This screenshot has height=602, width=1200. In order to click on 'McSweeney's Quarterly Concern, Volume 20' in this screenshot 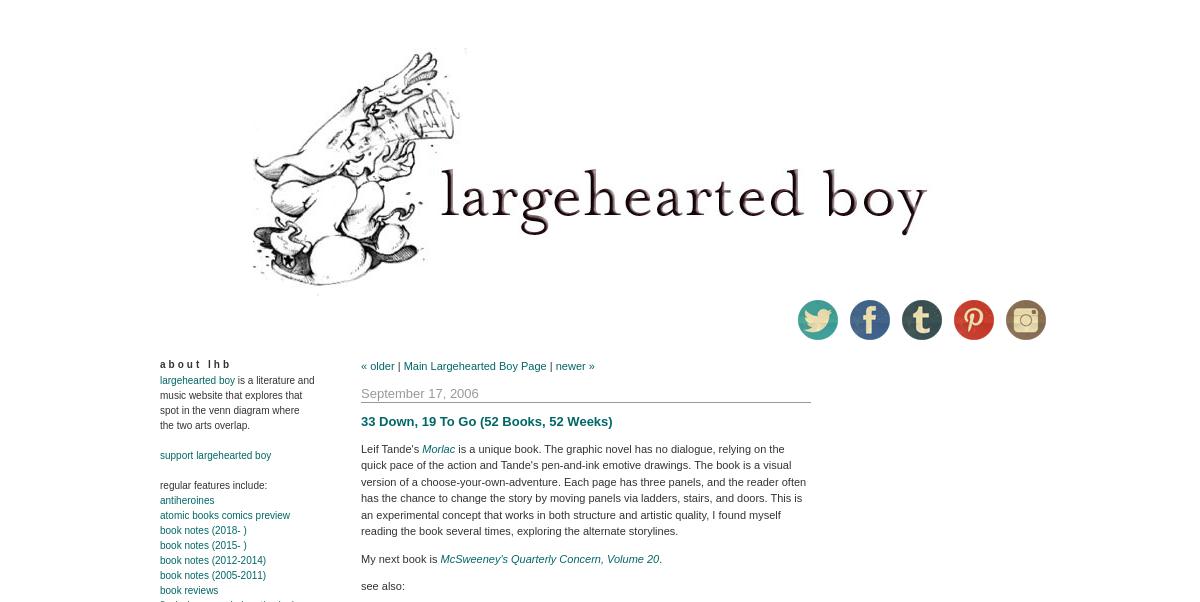, I will do `click(548, 556)`.